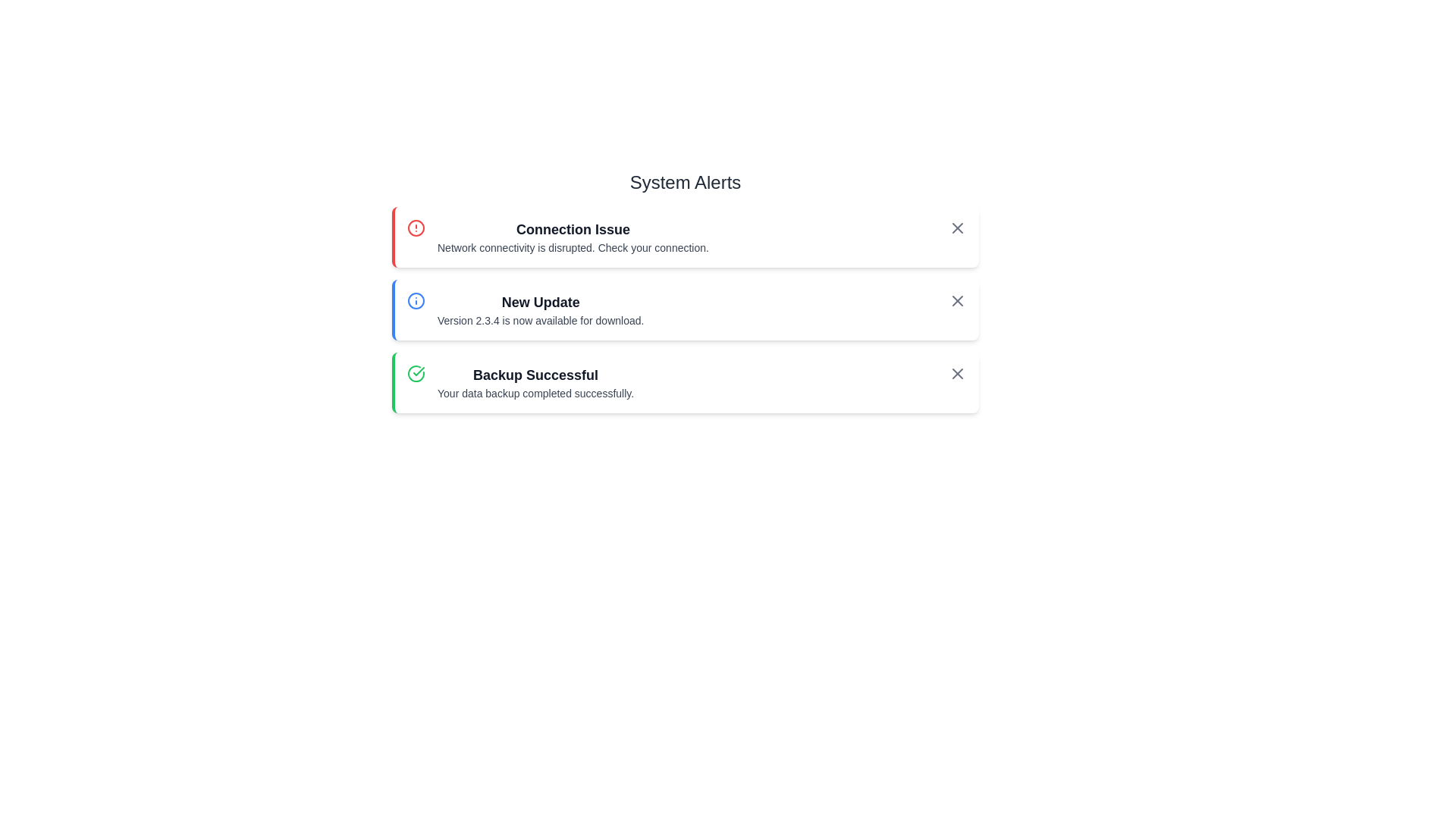 This screenshot has width=1456, height=819. I want to click on the circular SVG element with a blue outline that represents an information symbol, so click(416, 301).